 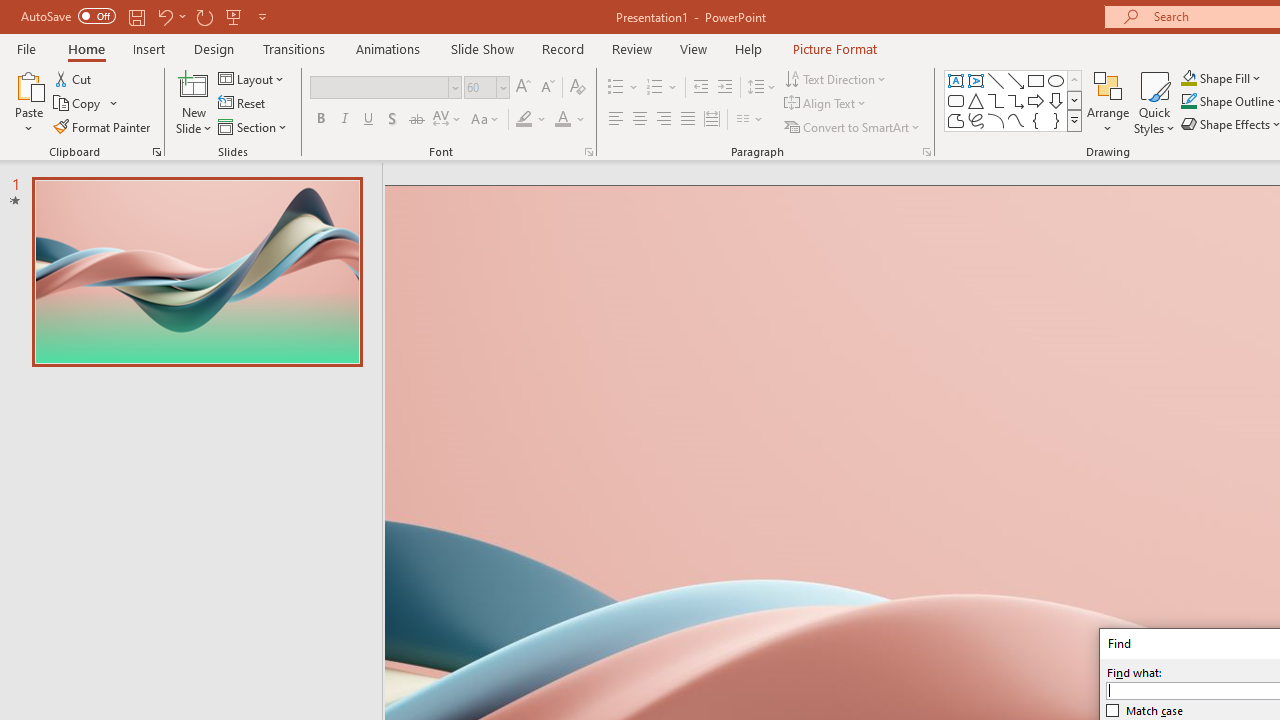 I want to click on 'Picture Format', so click(x=835, y=48).